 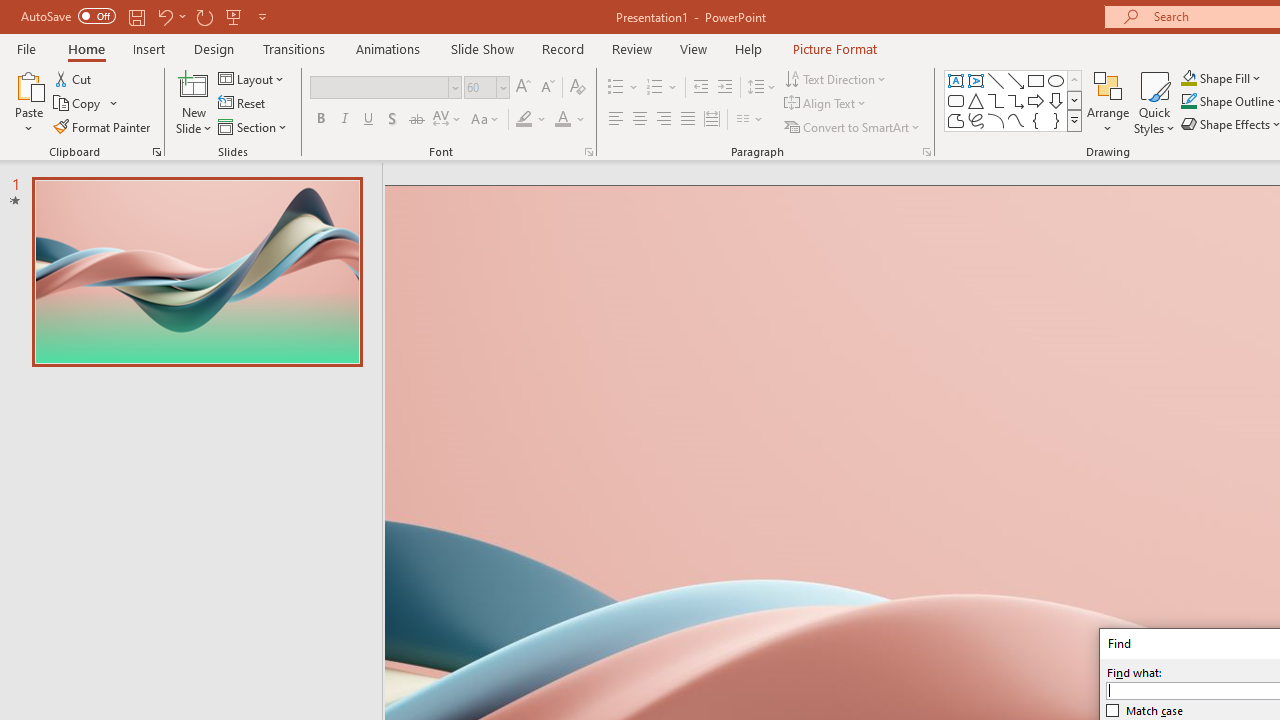 I want to click on 'Picture Format', so click(x=835, y=48).